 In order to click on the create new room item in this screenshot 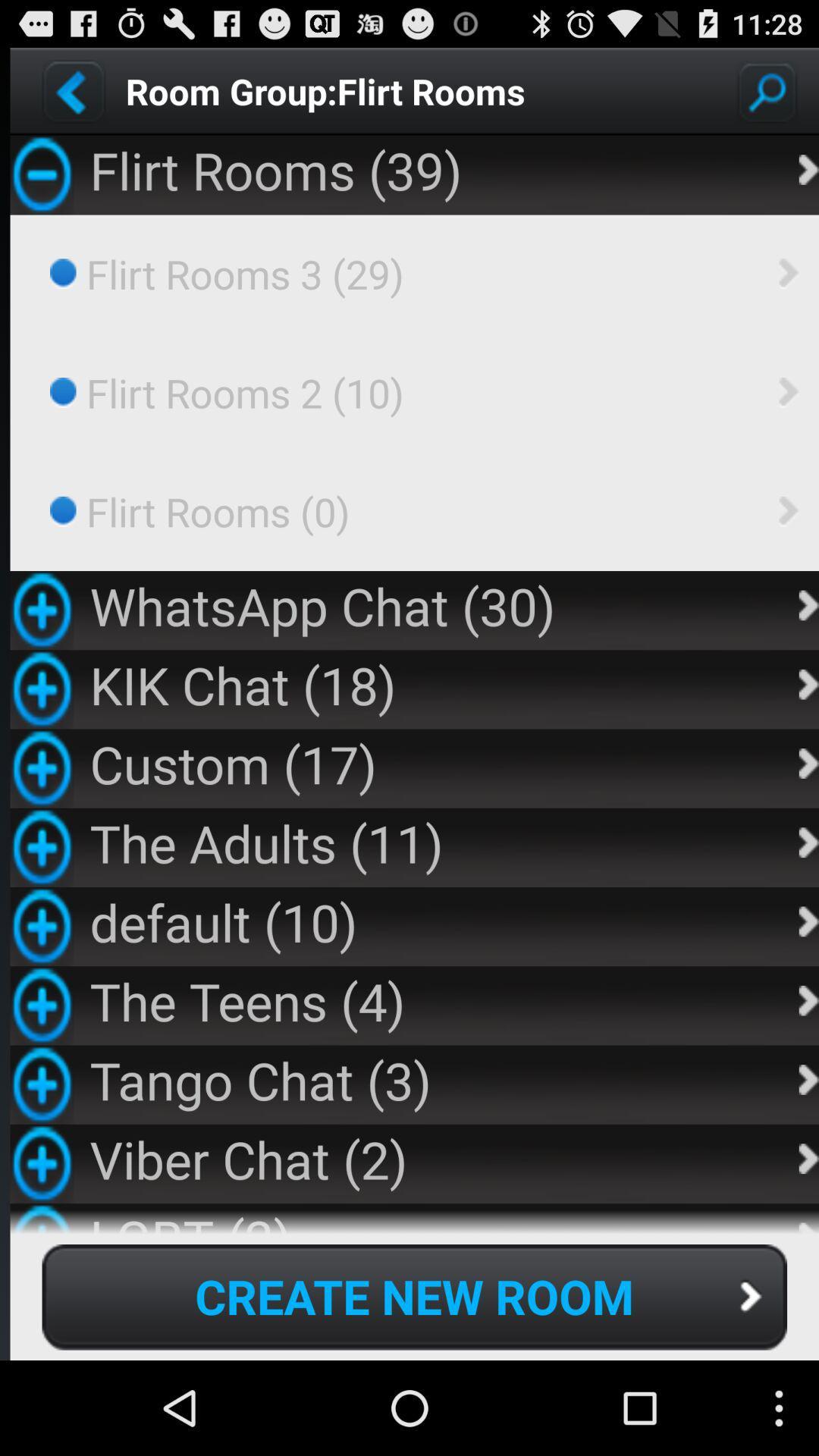, I will do `click(414, 1296)`.